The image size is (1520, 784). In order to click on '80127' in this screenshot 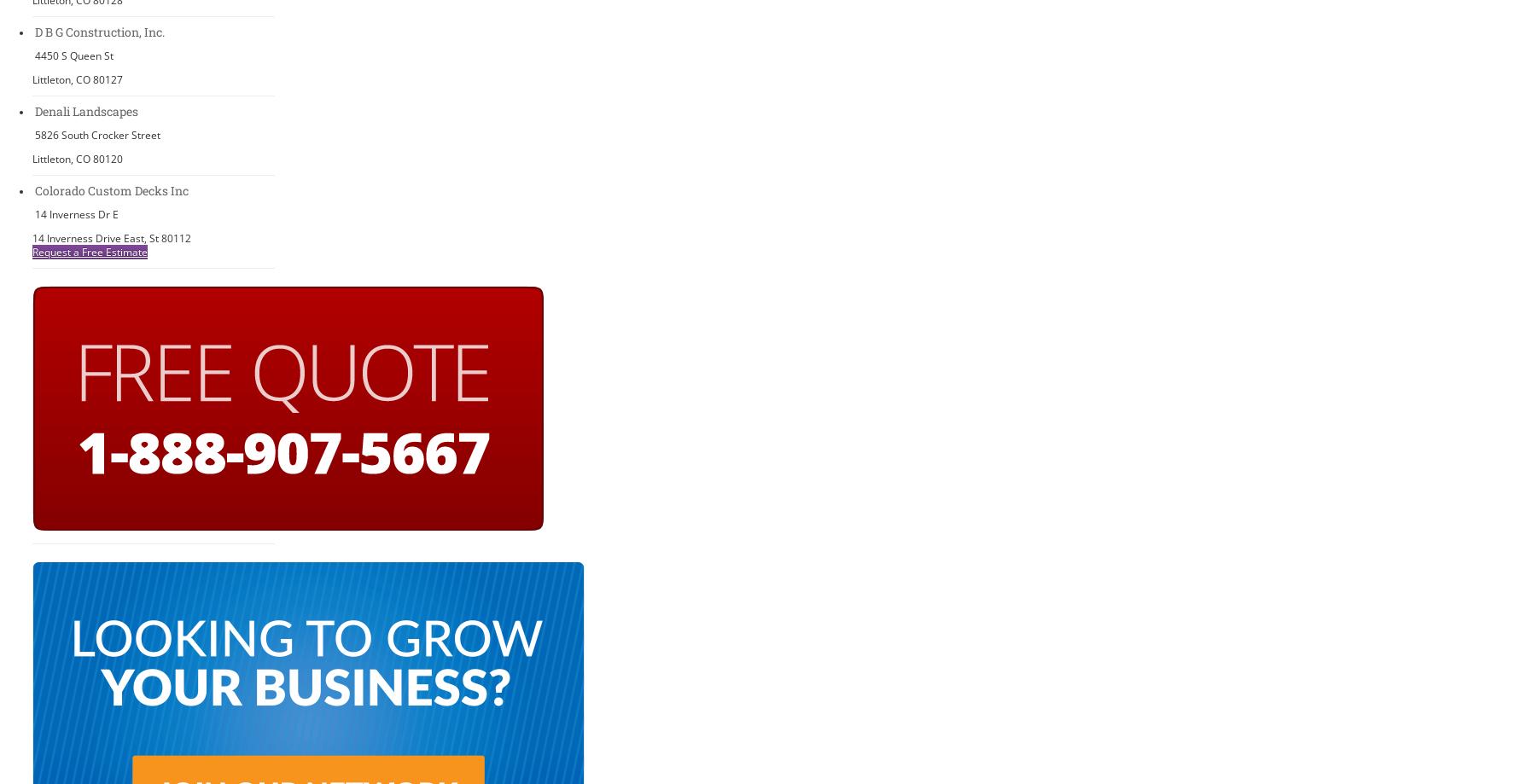, I will do `click(107, 78)`.